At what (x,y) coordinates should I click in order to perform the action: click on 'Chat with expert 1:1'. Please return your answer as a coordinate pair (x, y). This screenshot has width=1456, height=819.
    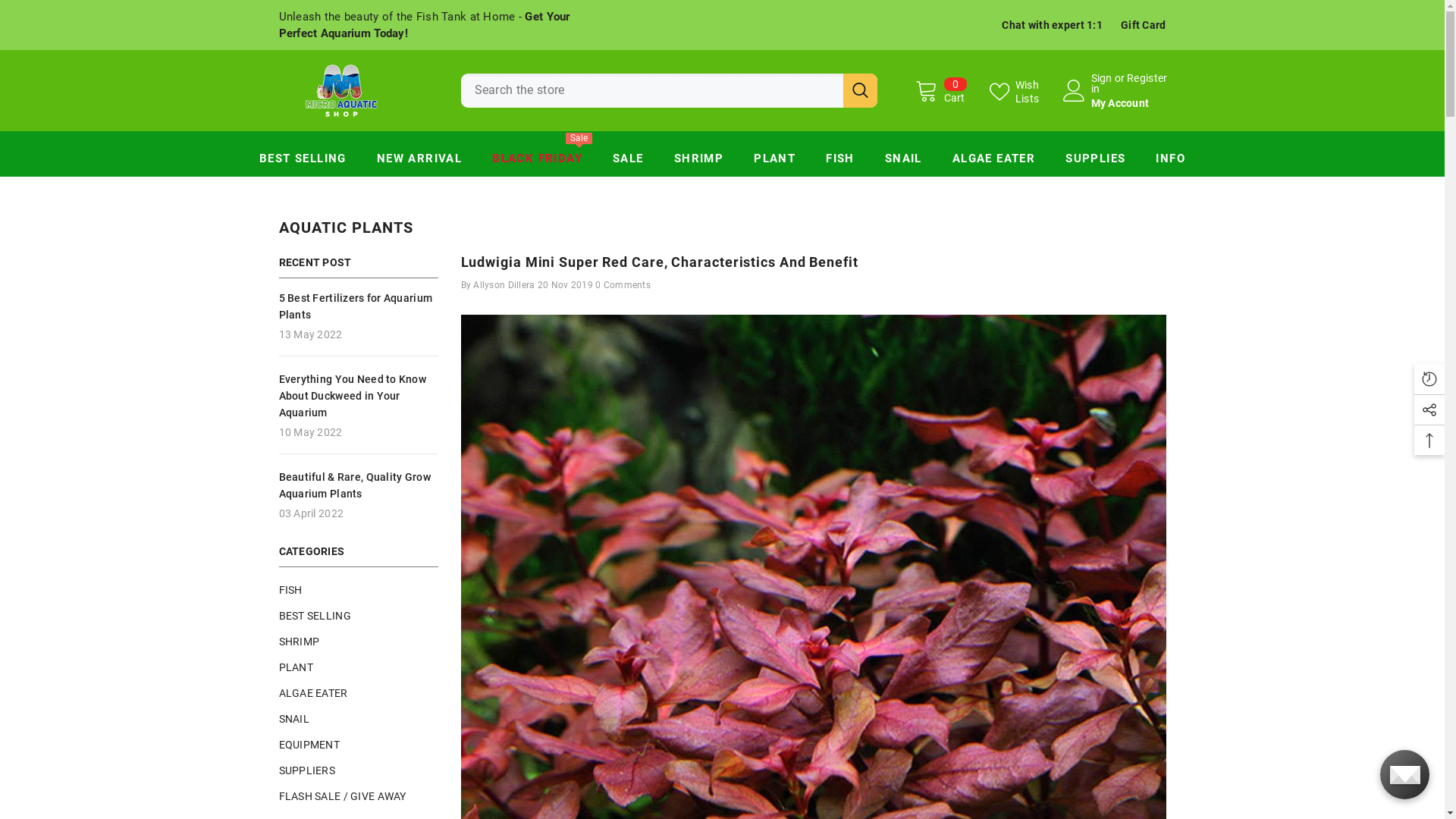
    Looking at the image, I should click on (1001, 25).